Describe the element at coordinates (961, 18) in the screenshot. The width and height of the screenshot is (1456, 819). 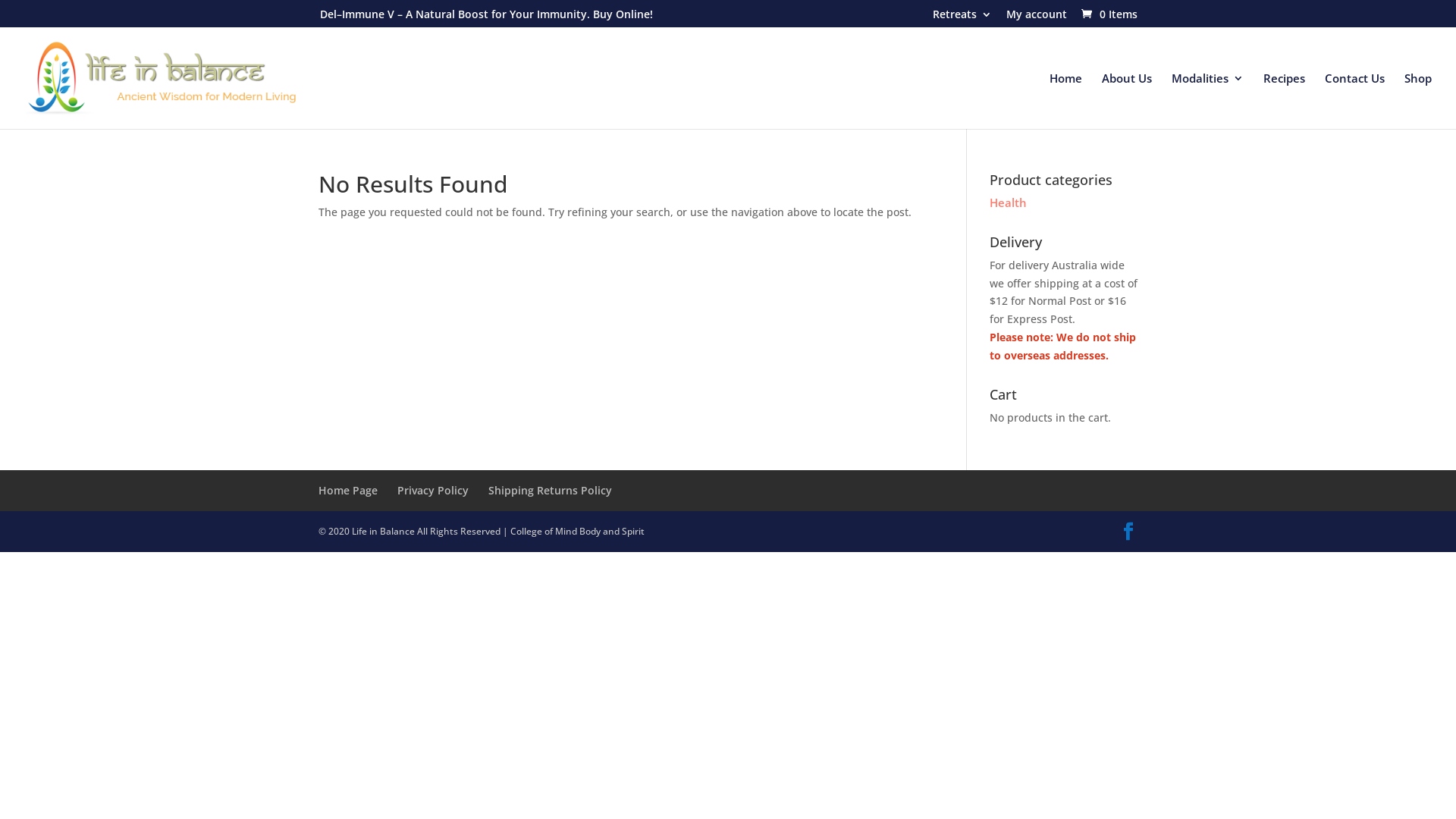
I see `'Retreats'` at that location.